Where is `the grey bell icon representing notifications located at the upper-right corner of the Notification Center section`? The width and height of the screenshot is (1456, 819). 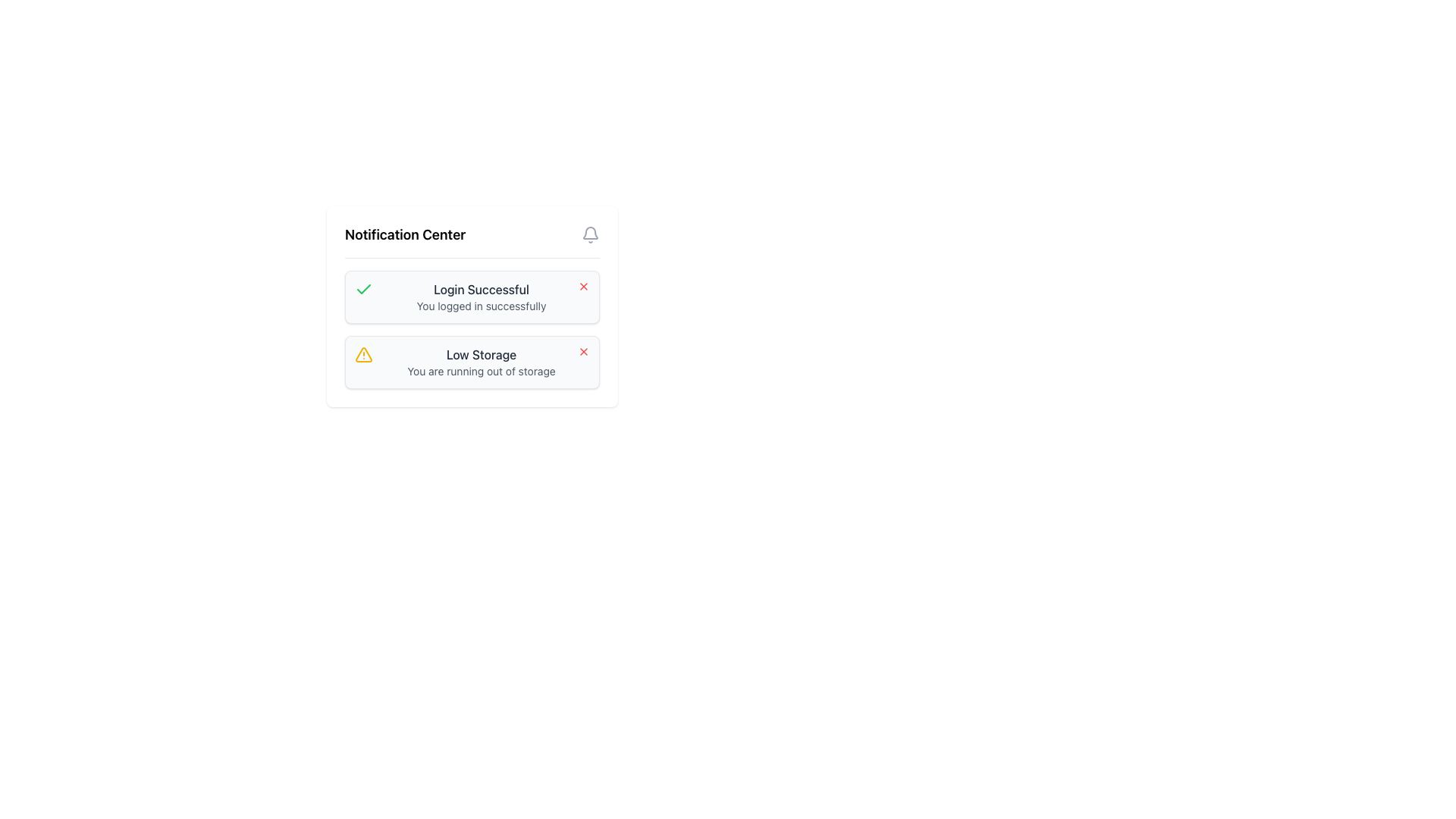
the grey bell icon representing notifications located at the upper-right corner of the Notification Center section is located at coordinates (589, 234).